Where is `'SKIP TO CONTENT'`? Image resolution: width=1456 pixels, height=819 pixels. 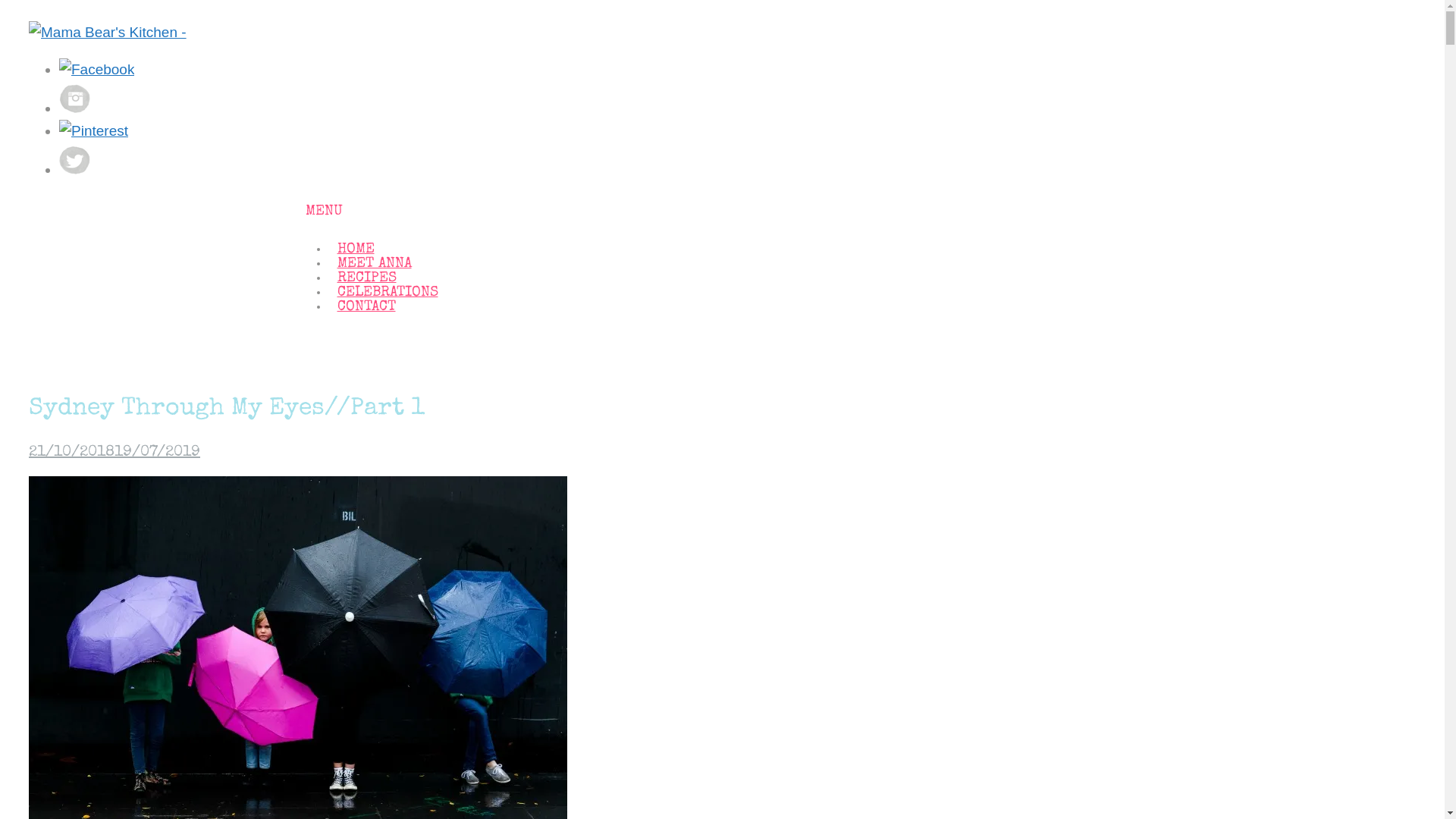
'SKIP TO CONTENT' is located at coordinates (304, 237).